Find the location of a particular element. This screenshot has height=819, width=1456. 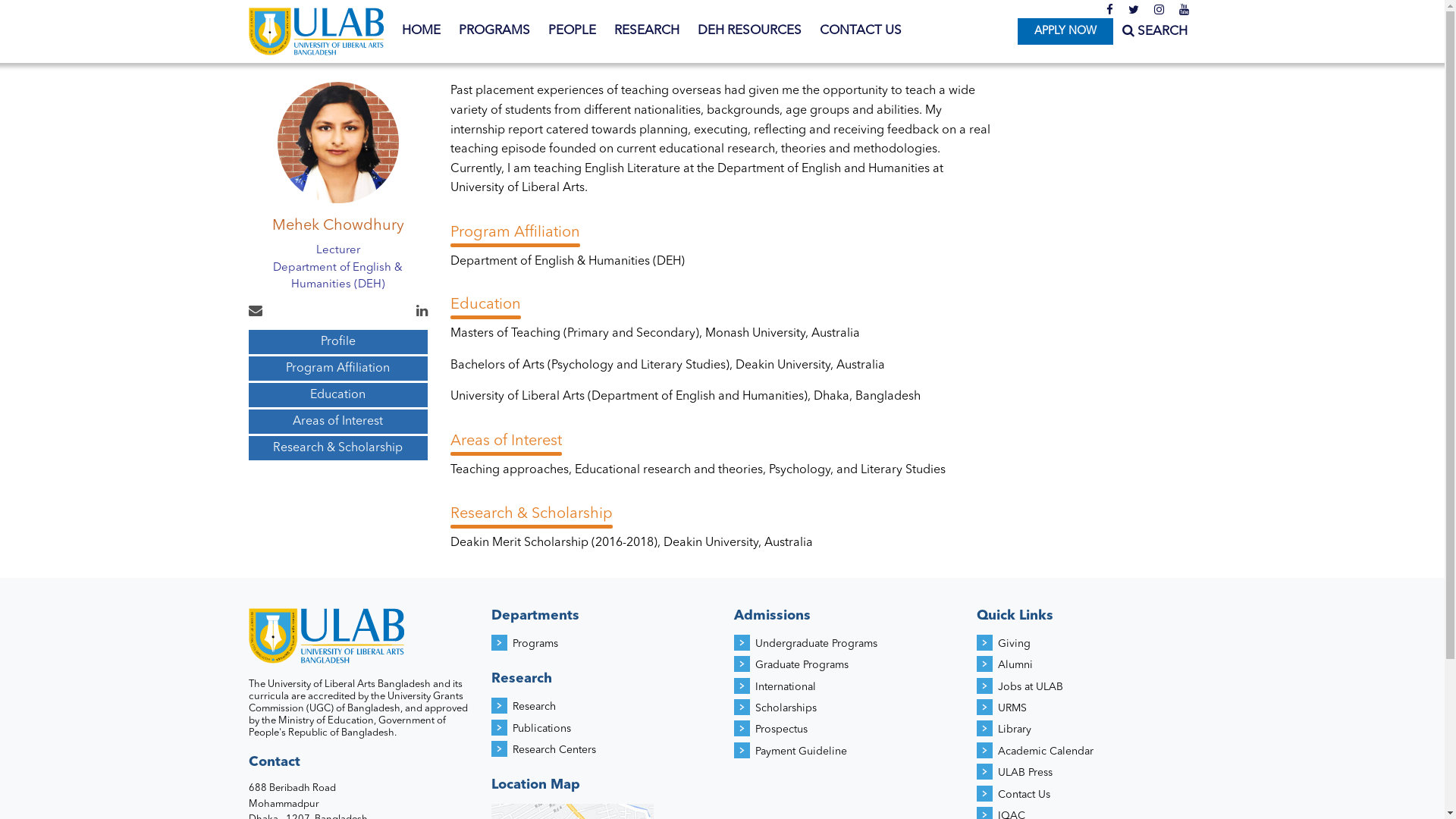

'ULAB Press' is located at coordinates (1025, 772).